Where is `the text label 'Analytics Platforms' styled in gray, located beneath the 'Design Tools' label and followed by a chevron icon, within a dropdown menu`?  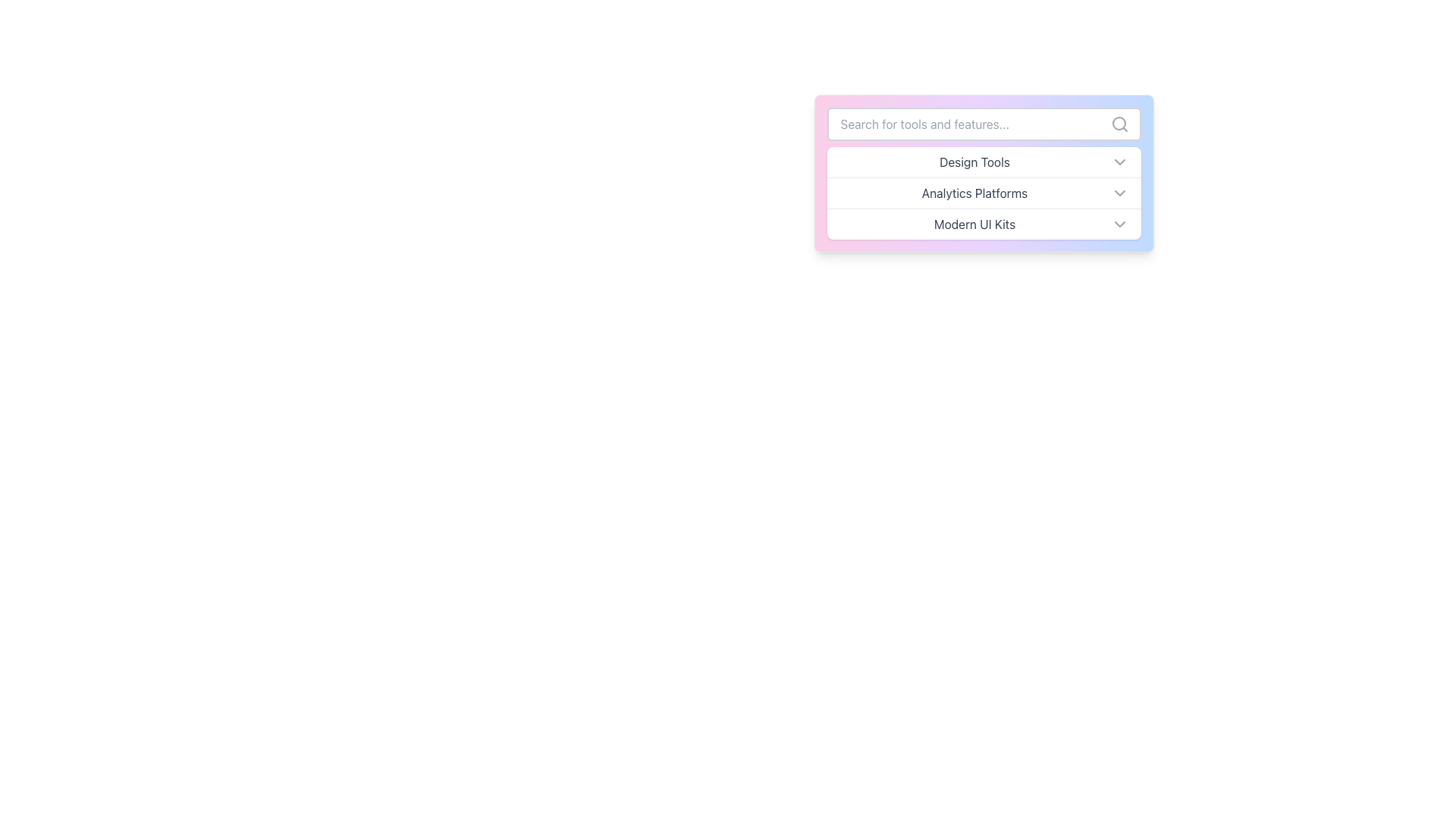
the text label 'Analytics Platforms' styled in gray, located beneath the 'Design Tools' label and followed by a chevron icon, within a dropdown menu is located at coordinates (974, 192).